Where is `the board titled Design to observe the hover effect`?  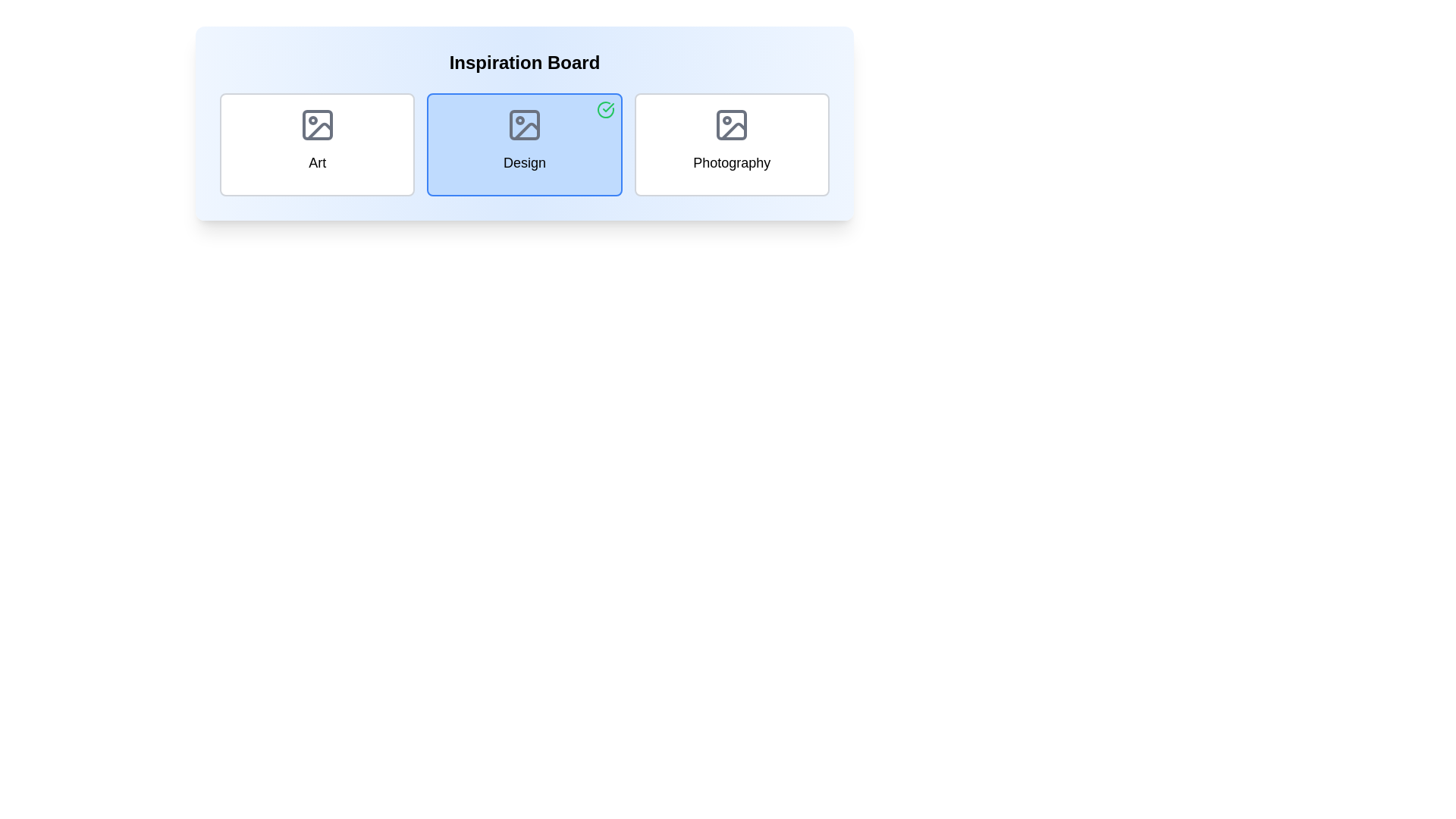
the board titled Design to observe the hover effect is located at coordinates (524, 145).